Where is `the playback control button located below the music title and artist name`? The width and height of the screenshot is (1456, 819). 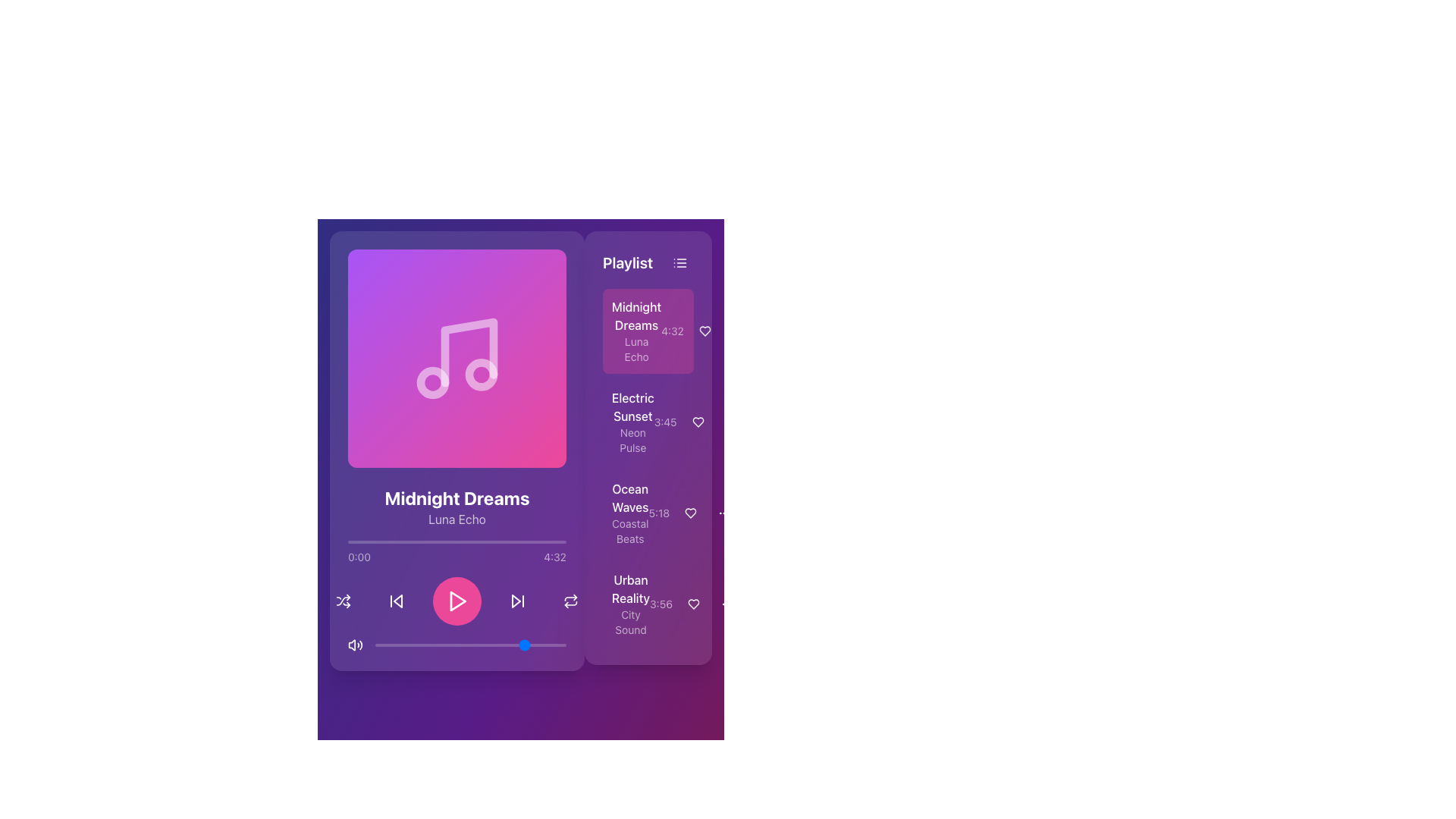
the playback control button located below the music title and artist name is located at coordinates (457, 601).